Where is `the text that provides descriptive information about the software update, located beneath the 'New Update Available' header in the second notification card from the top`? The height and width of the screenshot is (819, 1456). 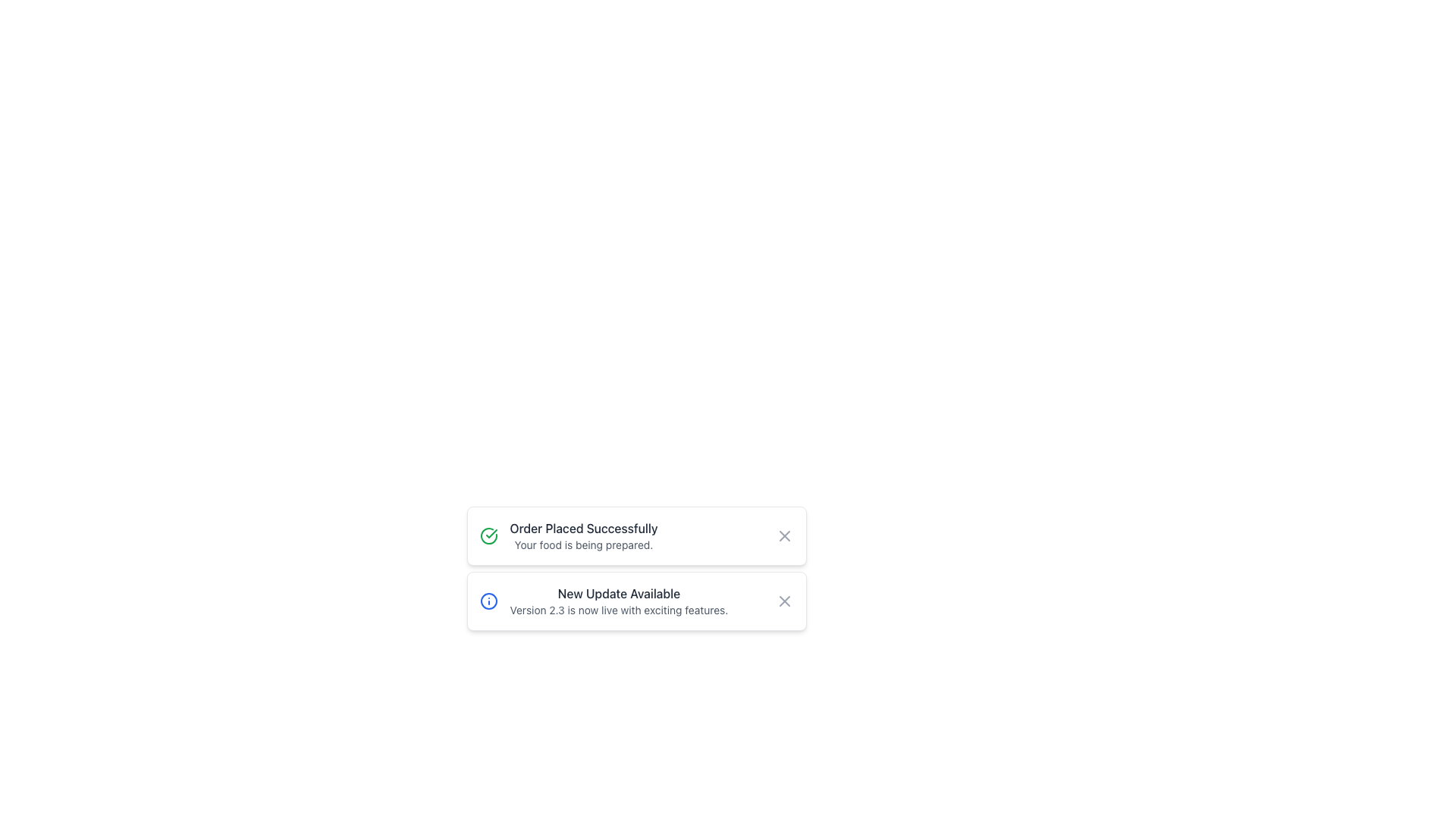 the text that provides descriptive information about the software update, located beneath the 'New Update Available' header in the second notification card from the top is located at coordinates (619, 610).